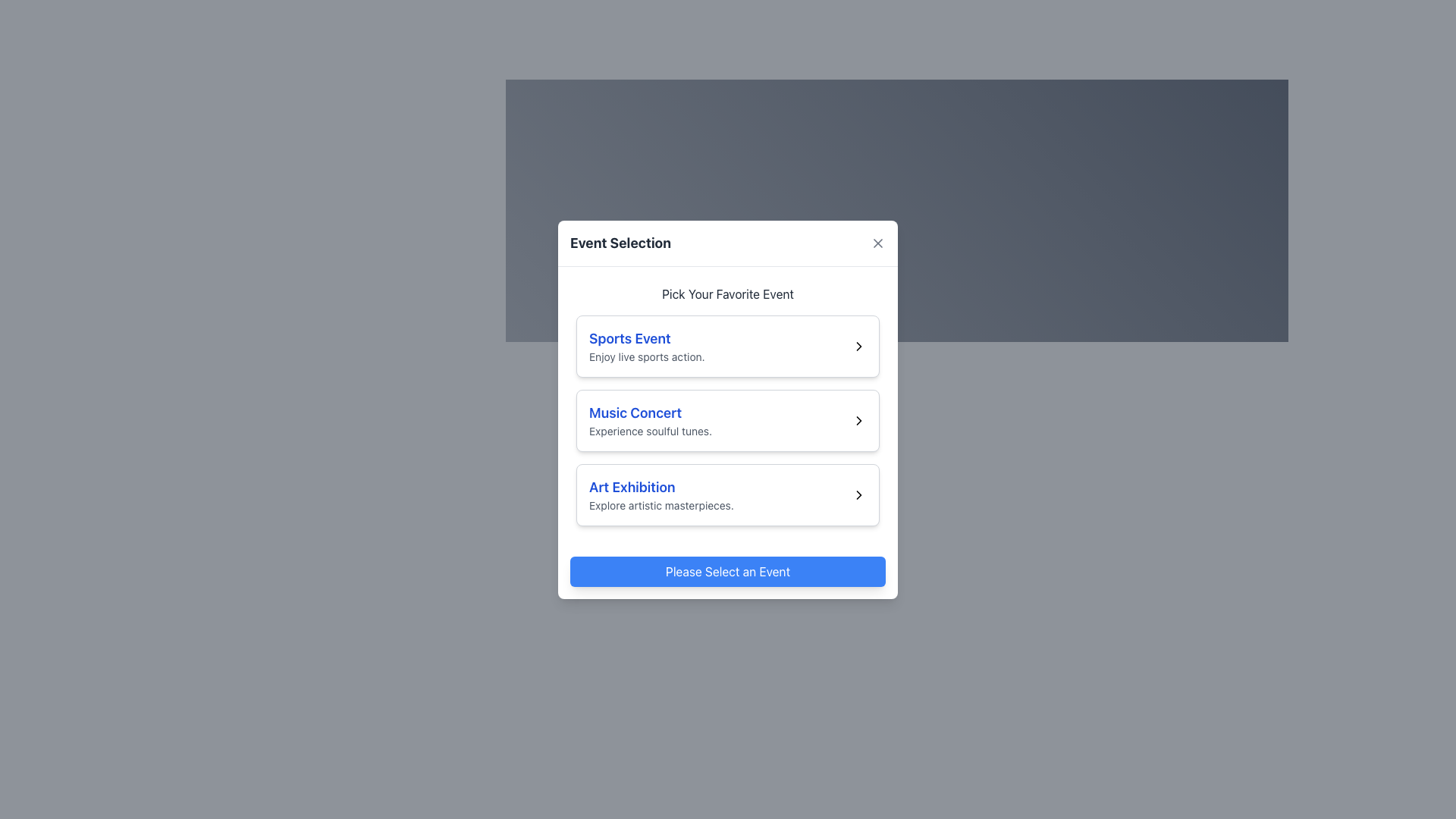  Describe the element at coordinates (661, 487) in the screenshot. I see `text of the Text Label indicating the selection option for exploring content related to art exhibitions, positioned above the subtext 'Explore artistic masterpieces.' and below 'Music Concert'` at that location.